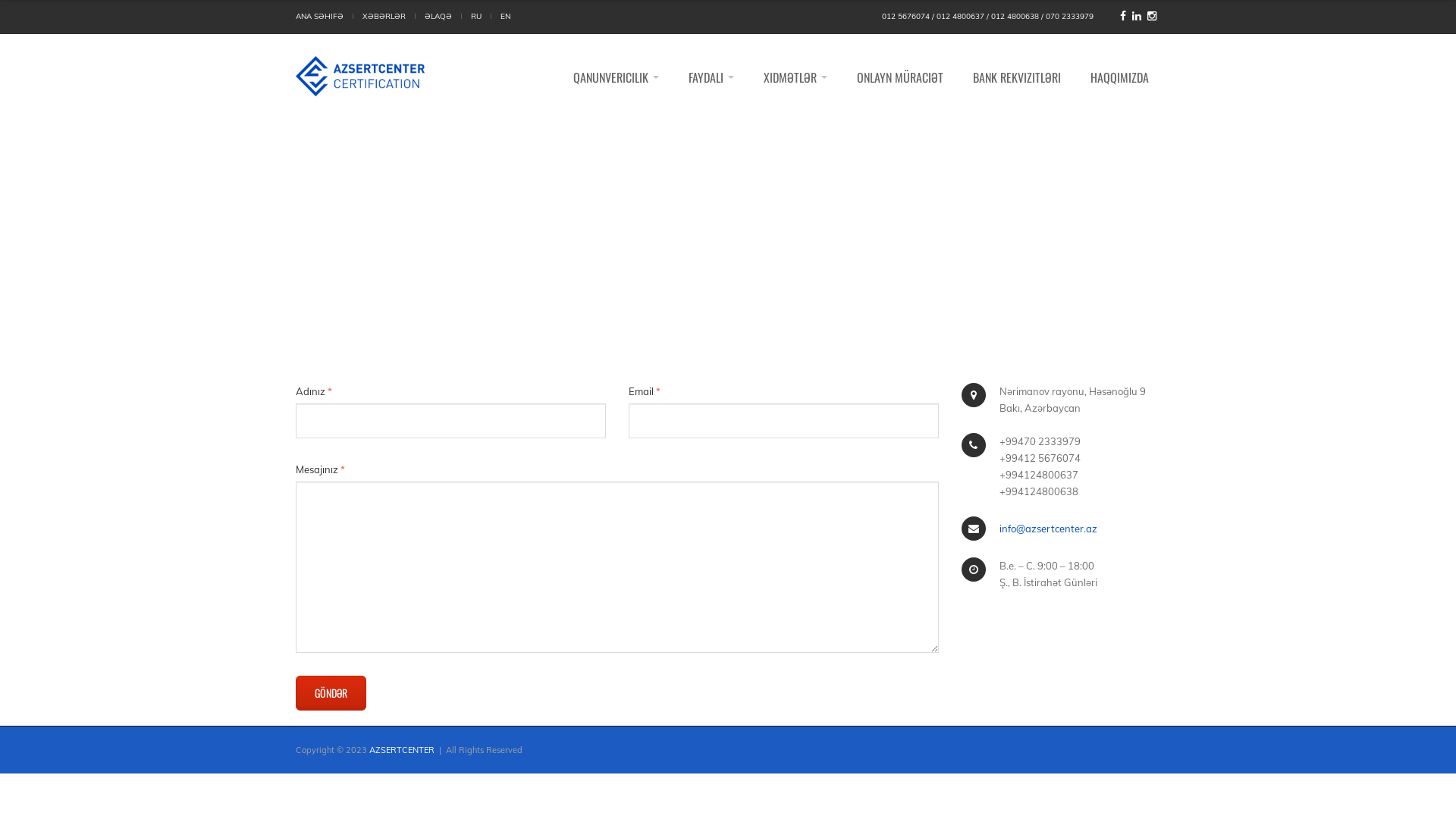 The height and width of the screenshot is (819, 1456). What do you see at coordinates (475, 17) in the screenshot?
I see `'RU'` at bounding box center [475, 17].